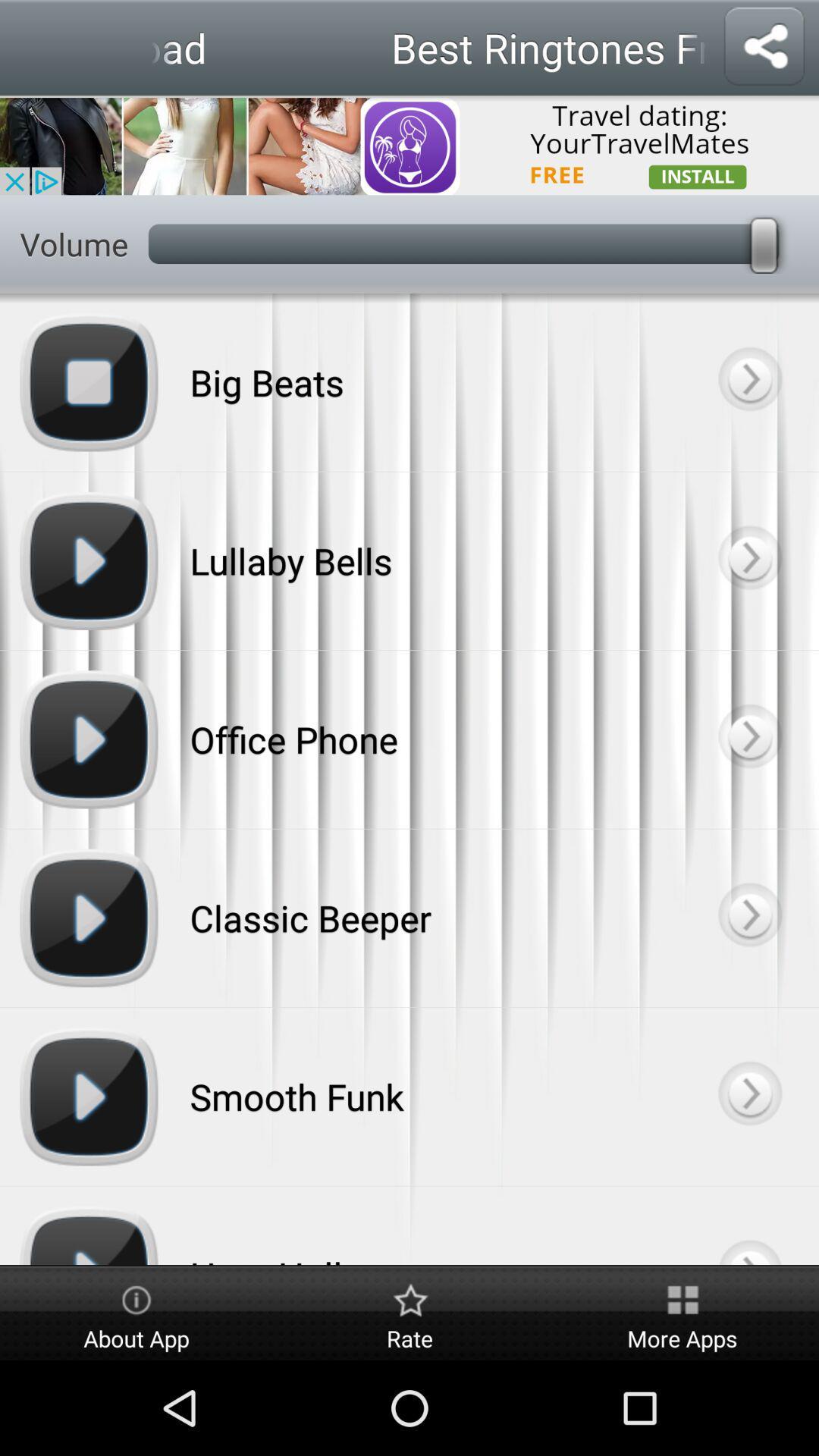 Image resolution: width=819 pixels, height=1456 pixels. What do you see at coordinates (748, 917) in the screenshot?
I see `background` at bounding box center [748, 917].